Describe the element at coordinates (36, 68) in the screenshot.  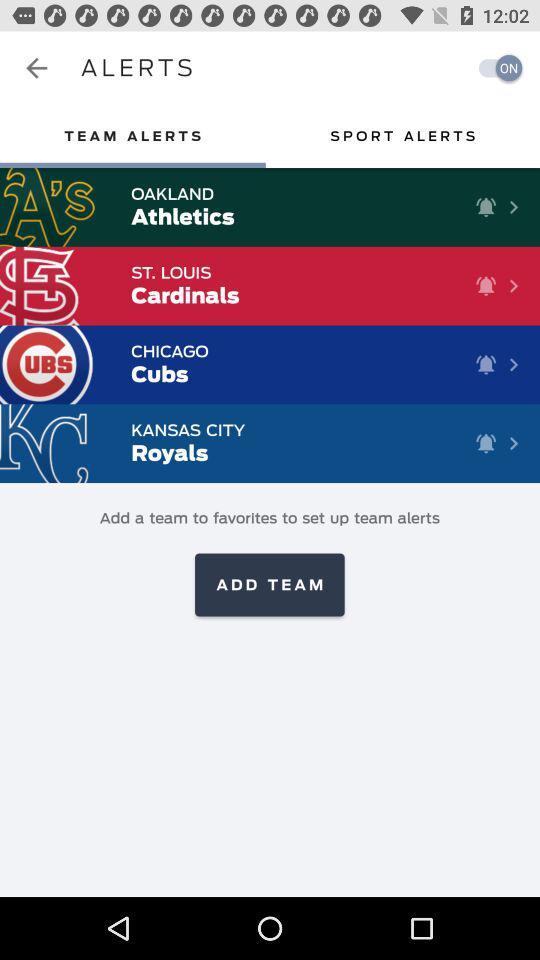
I see `app next to the alerts icon` at that location.